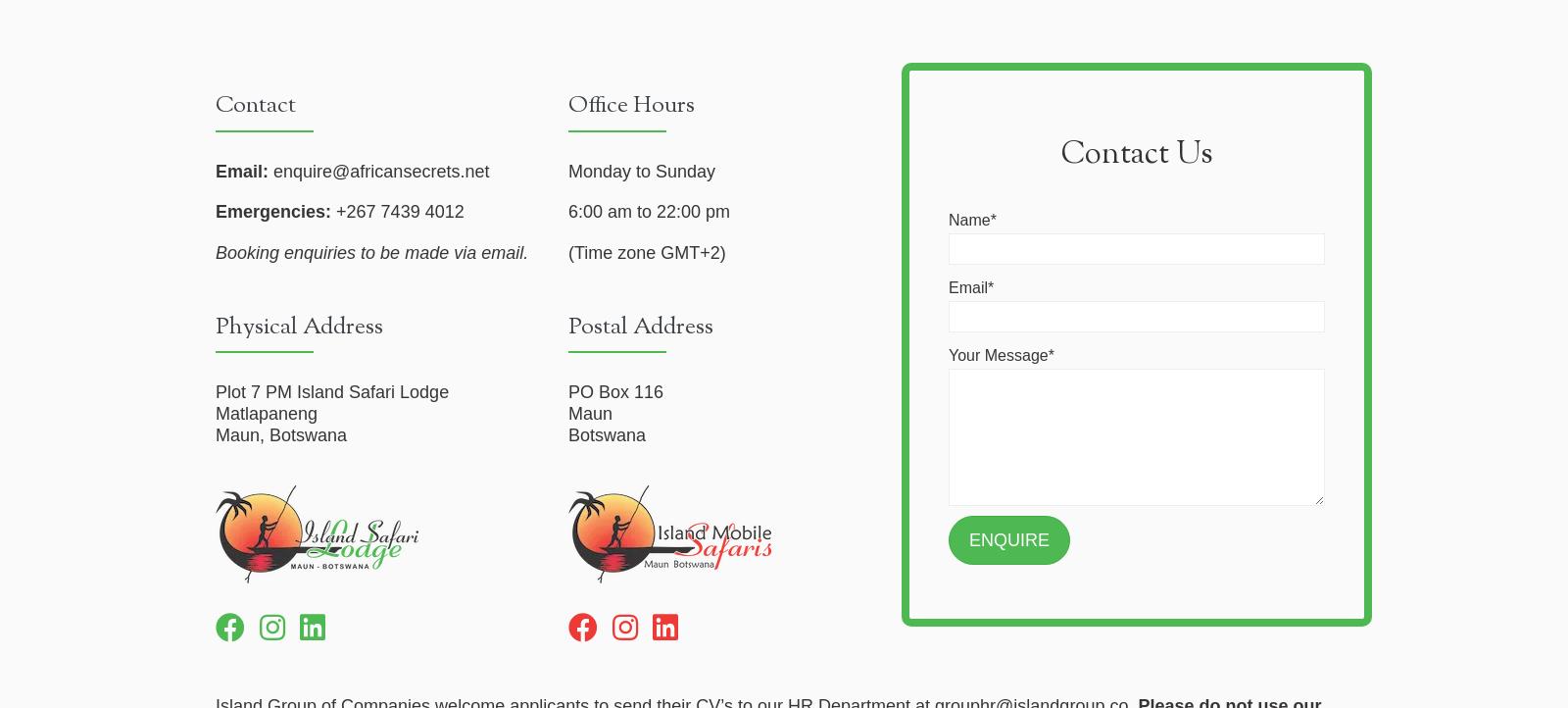 The width and height of the screenshot is (1568, 708). What do you see at coordinates (948, 286) in the screenshot?
I see `'Email'` at bounding box center [948, 286].